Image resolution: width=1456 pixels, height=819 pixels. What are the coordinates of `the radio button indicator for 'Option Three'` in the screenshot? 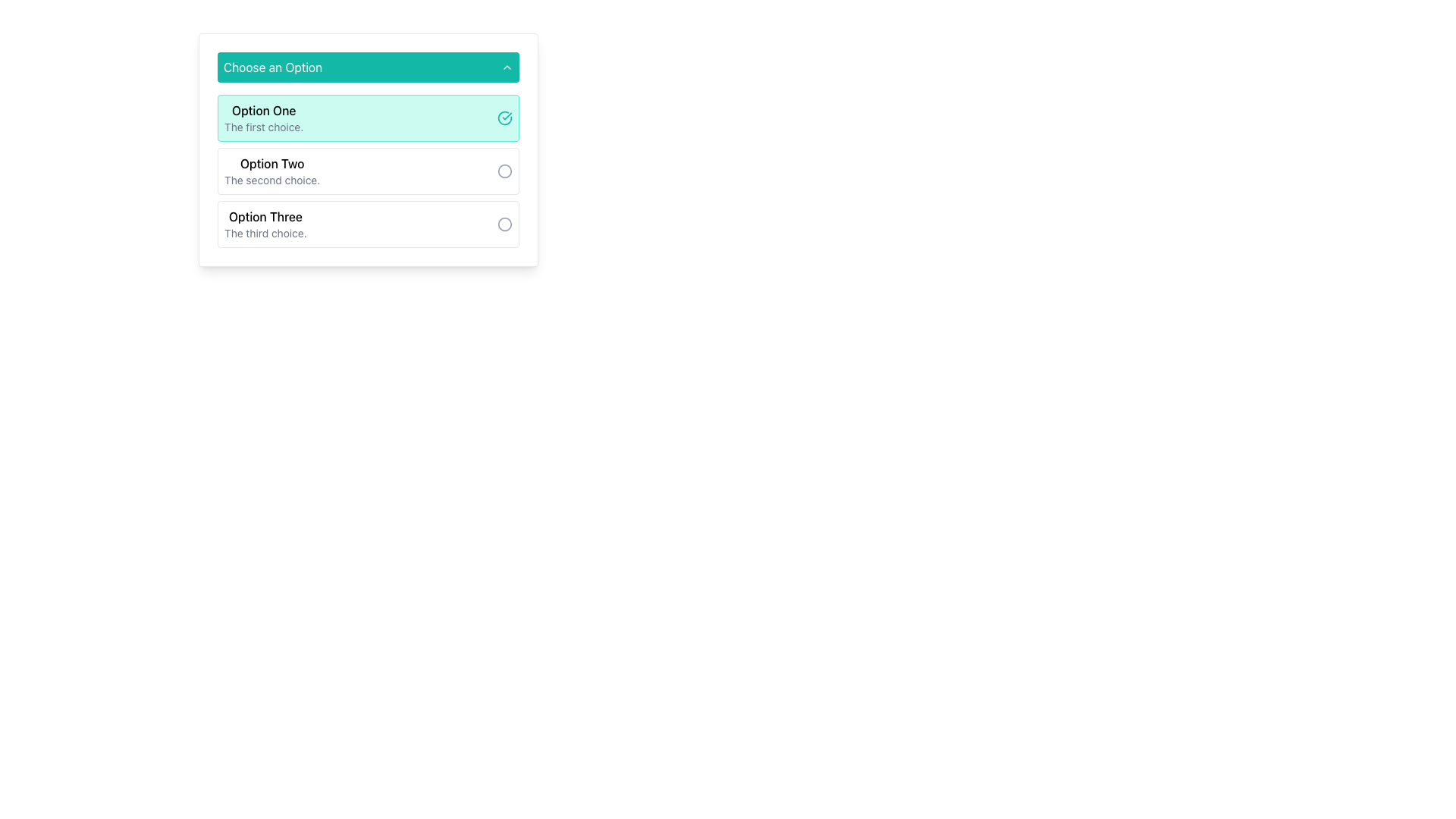 It's located at (505, 224).